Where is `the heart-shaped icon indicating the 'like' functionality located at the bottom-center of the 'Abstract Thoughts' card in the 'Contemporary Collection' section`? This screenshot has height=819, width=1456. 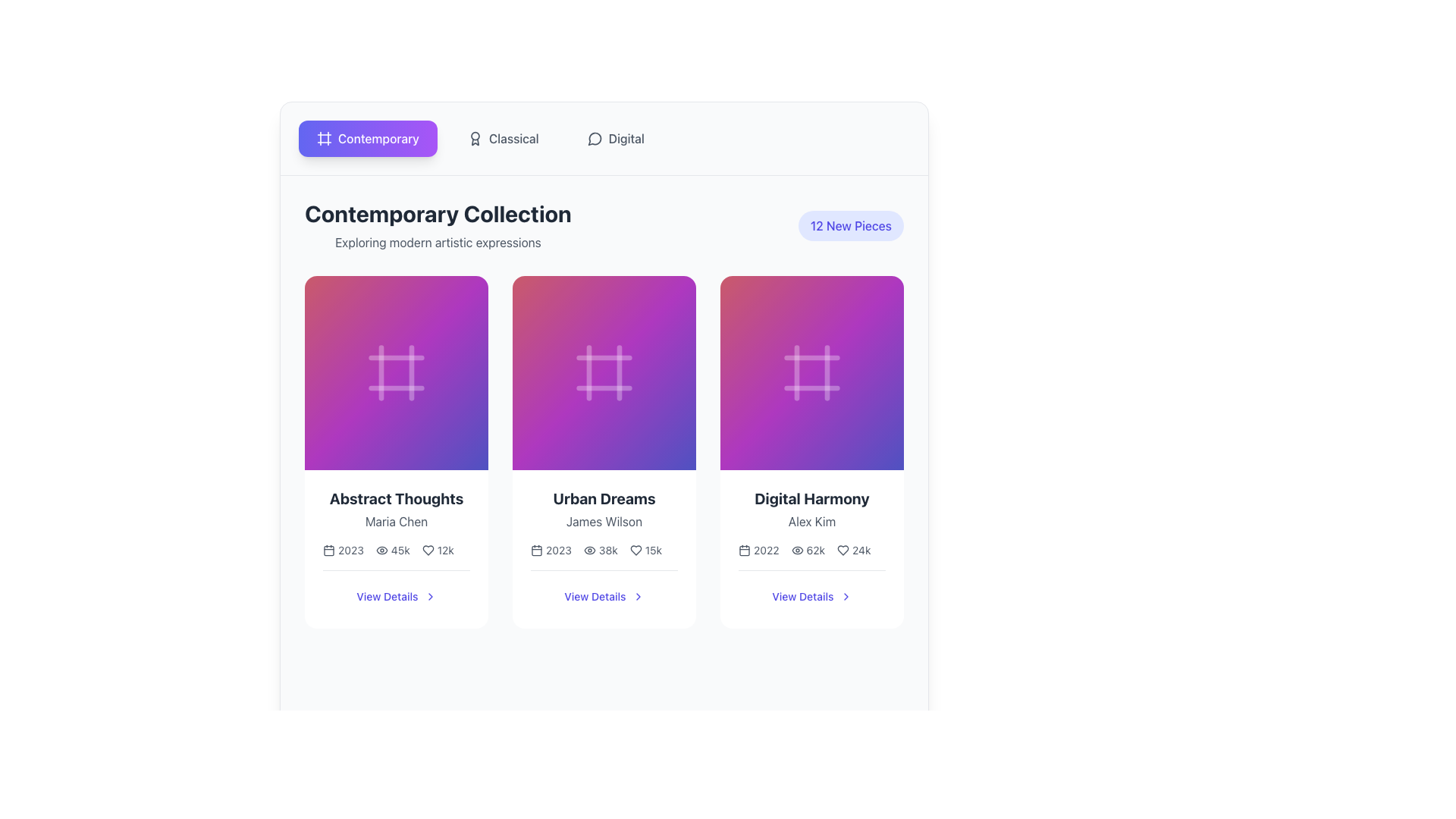 the heart-shaped icon indicating the 'like' functionality located at the bottom-center of the 'Abstract Thoughts' card in the 'Contemporary Collection' section is located at coordinates (427, 550).